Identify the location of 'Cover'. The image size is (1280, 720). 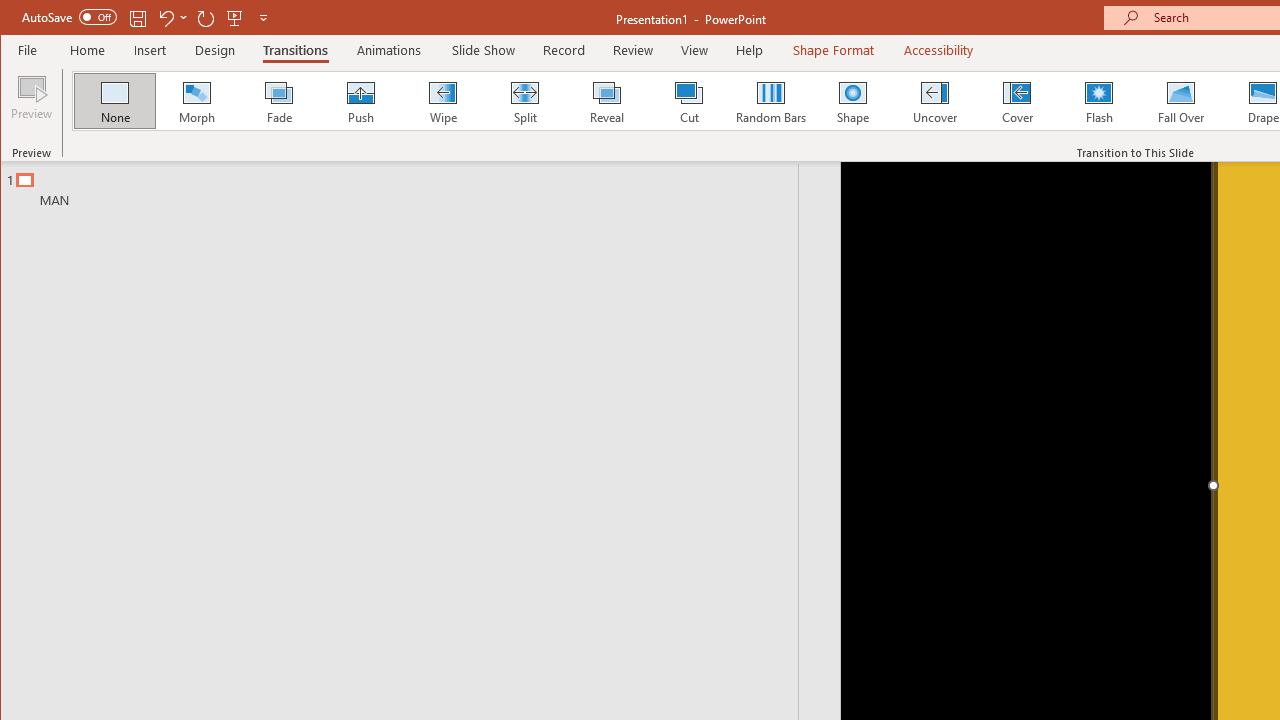
(1016, 100).